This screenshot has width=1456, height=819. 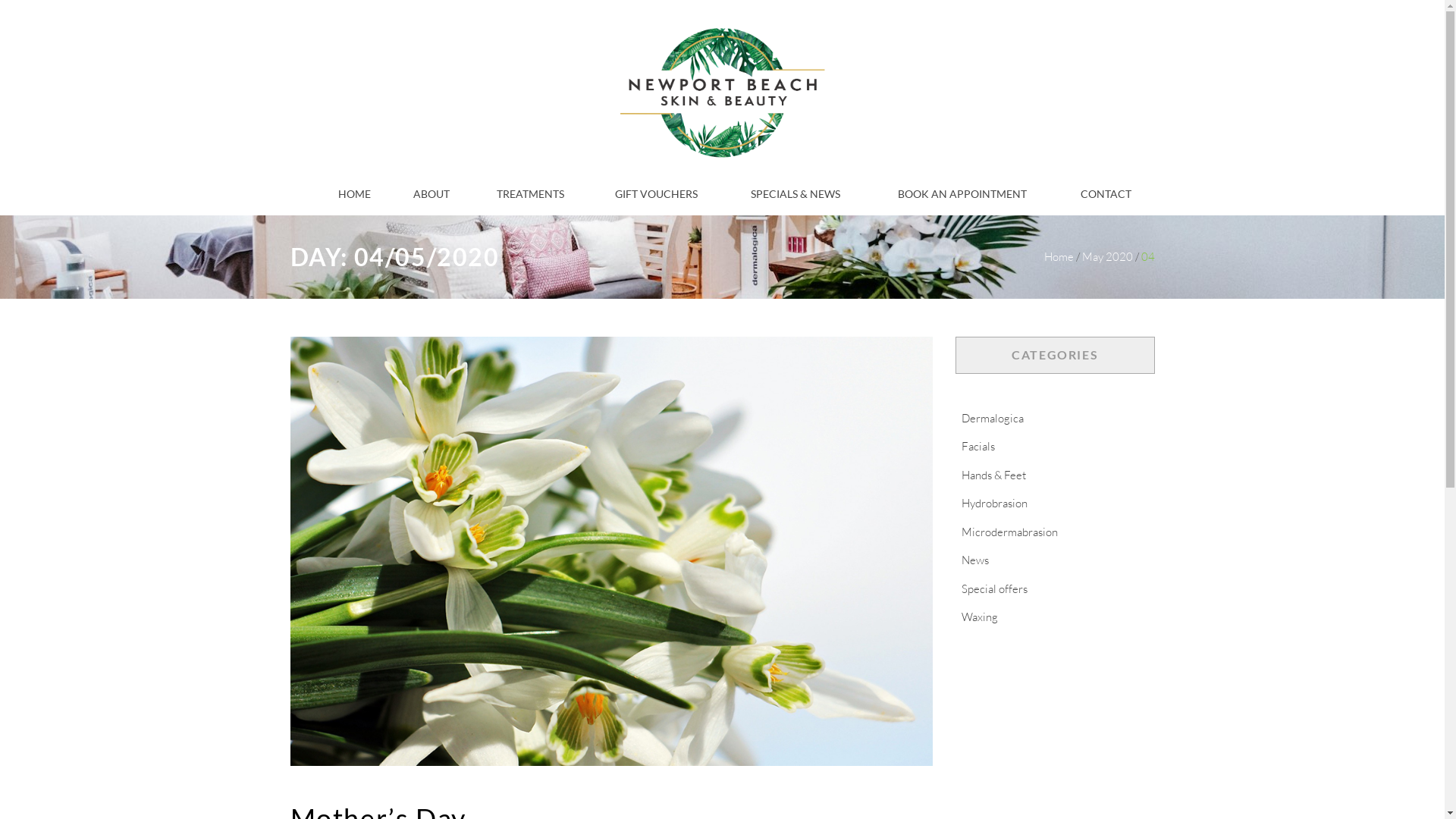 What do you see at coordinates (954, 474) in the screenshot?
I see `'Hands & Feet'` at bounding box center [954, 474].